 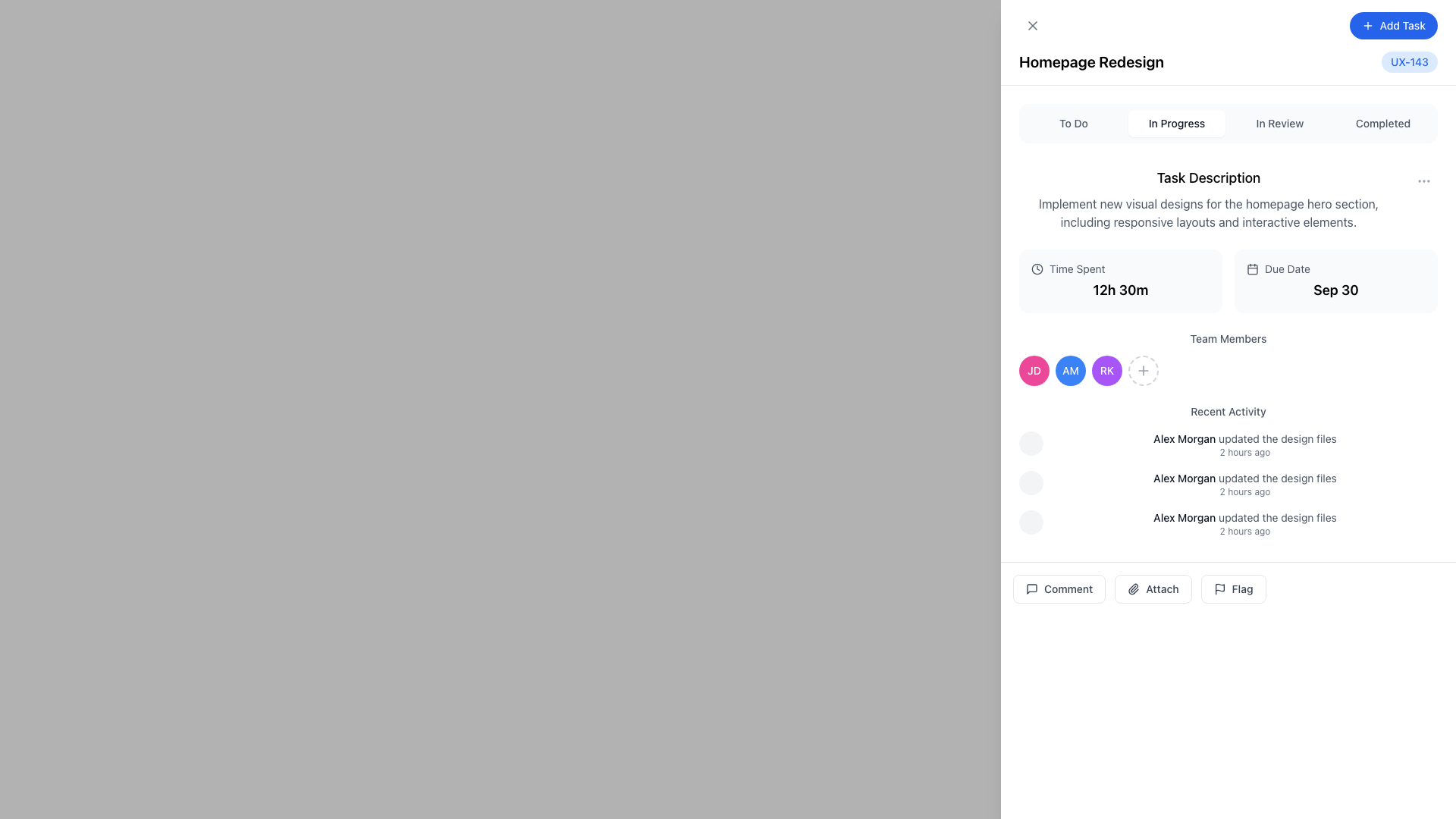 What do you see at coordinates (1423, 180) in the screenshot?
I see `the button with an ellipsis icon located at the top-right corner of the 'Task Description' section` at bounding box center [1423, 180].